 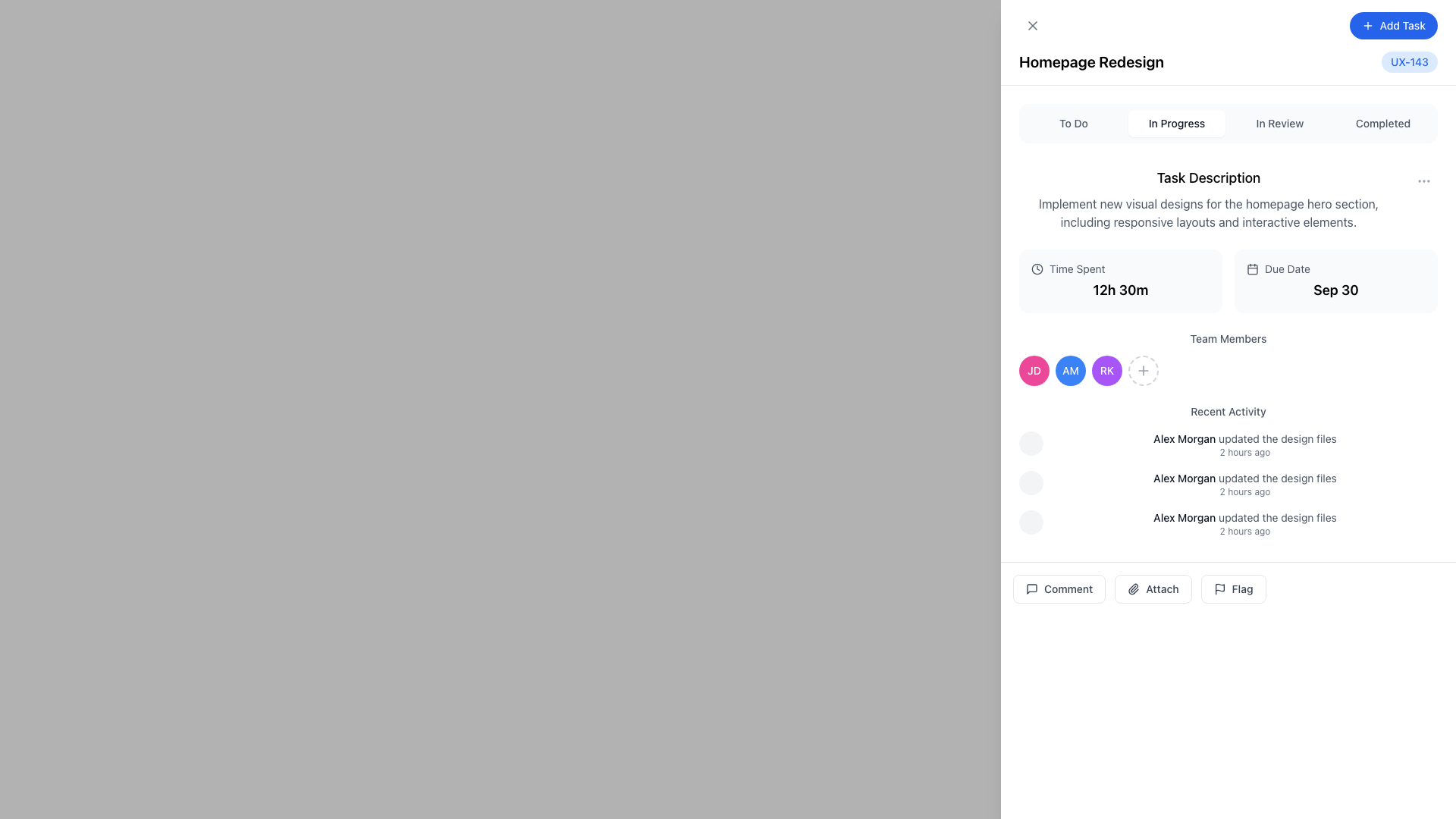 What do you see at coordinates (1423, 180) in the screenshot?
I see `the button with an ellipsis icon located at the top-right corner of the 'Task Description' section` at bounding box center [1423, 180].